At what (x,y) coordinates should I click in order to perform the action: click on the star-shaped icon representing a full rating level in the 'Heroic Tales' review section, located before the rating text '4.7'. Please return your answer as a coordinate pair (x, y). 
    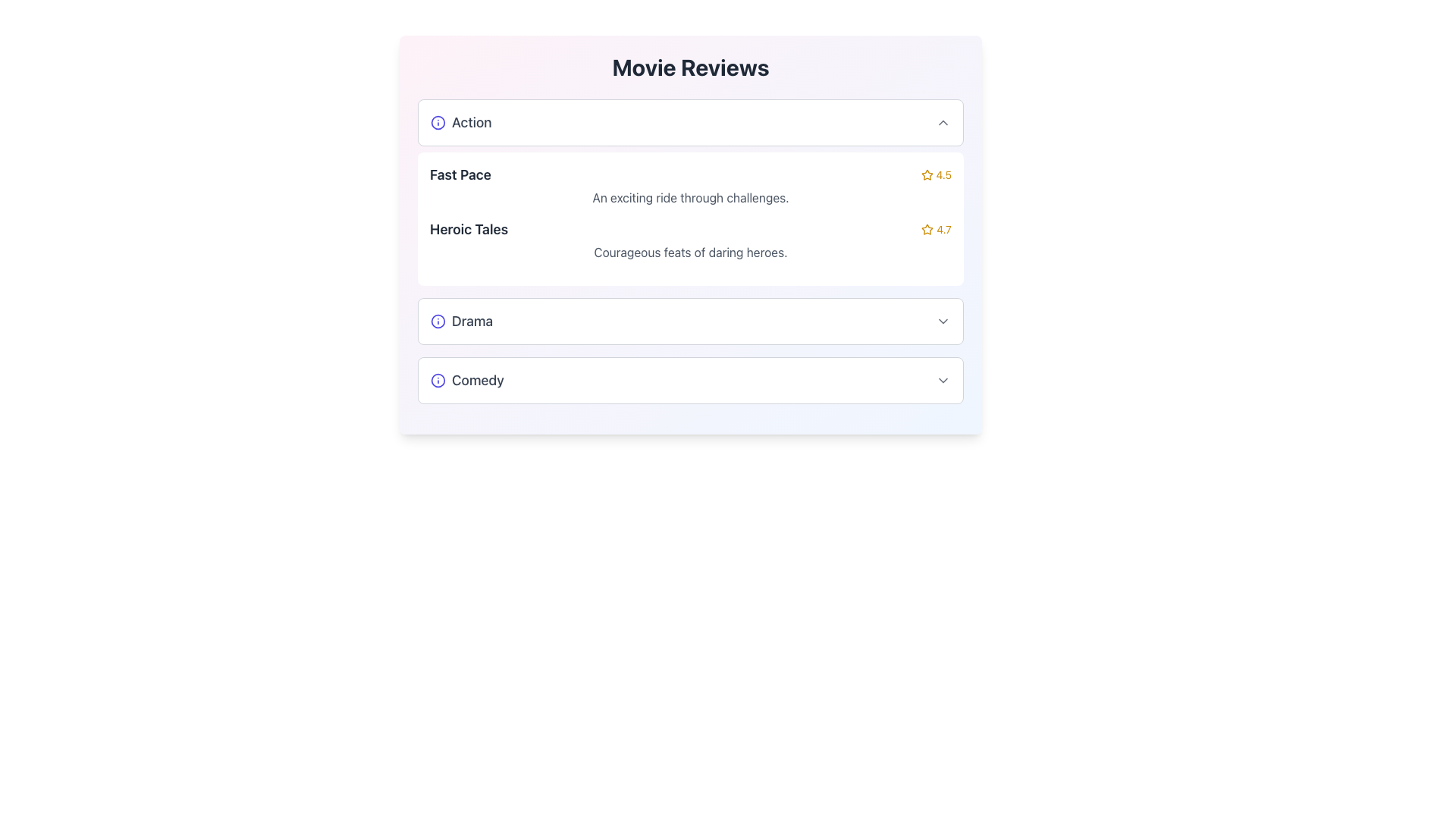
    Looking at the image, I should click on (927, 230).